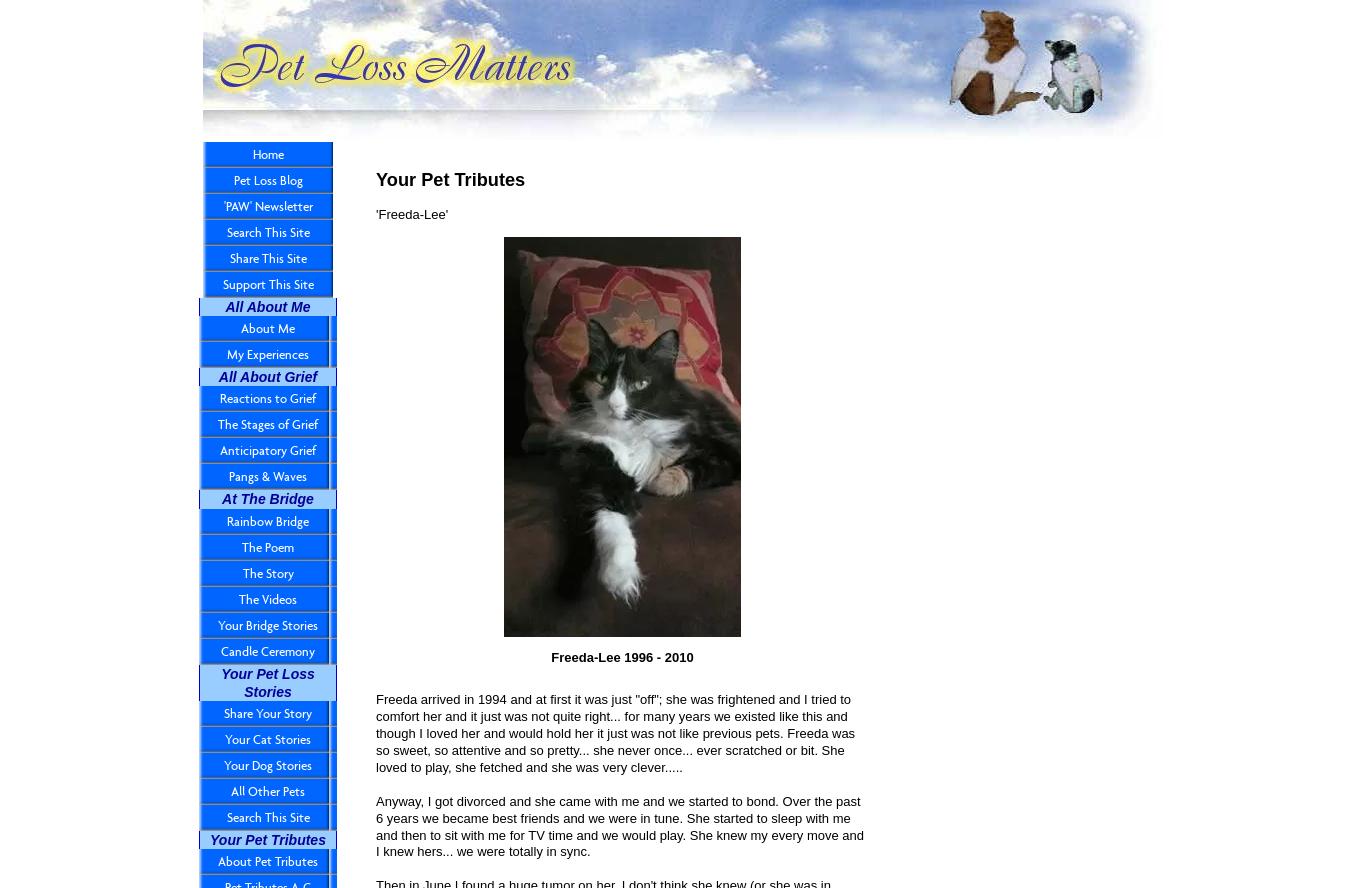  I want to click on 'Pangs & Waves', so click(268, 476).